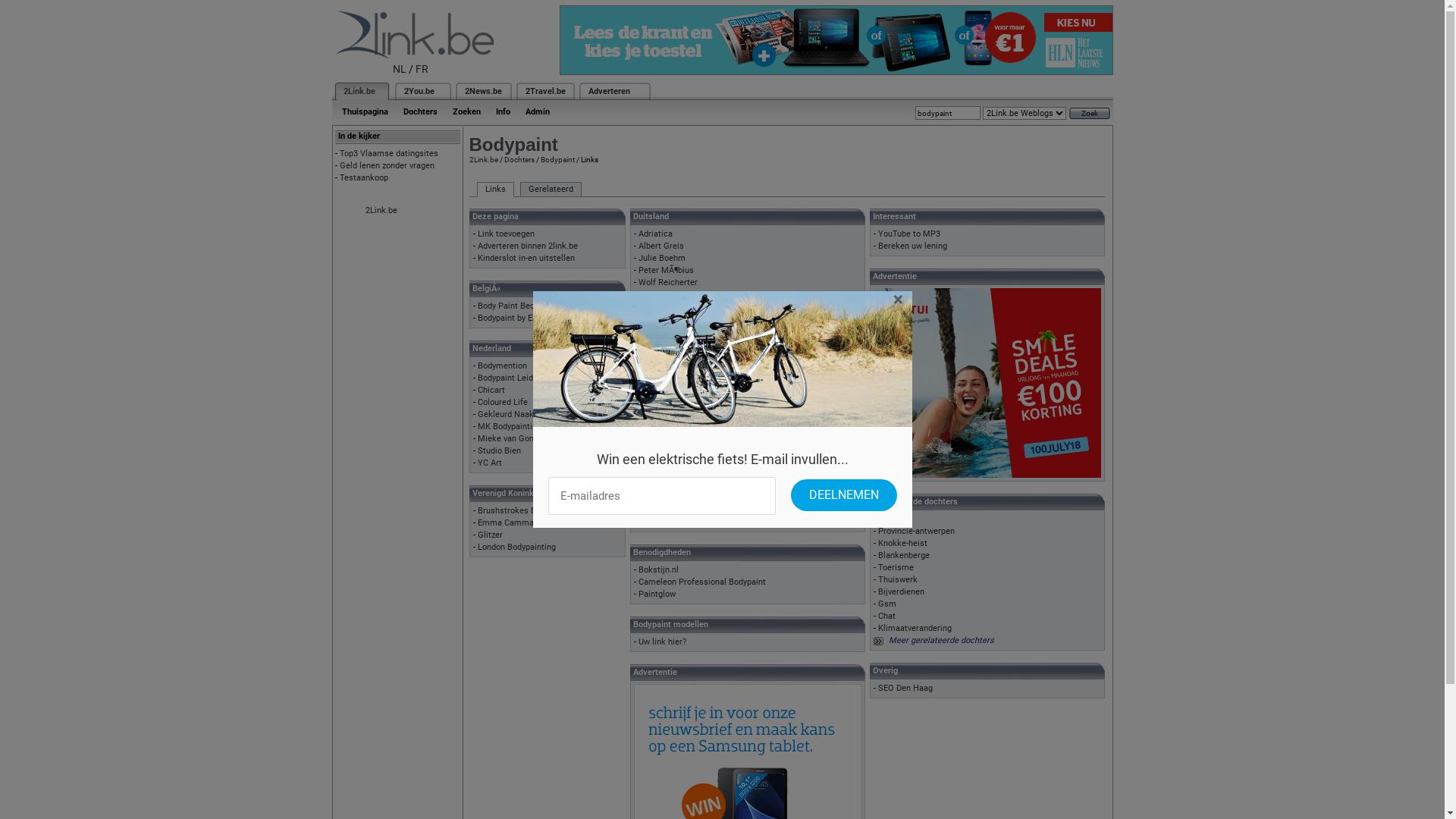 The height and width of the screenshot is (819, 1456). I want to click on 'Thuiswerk', so click(898, 579).